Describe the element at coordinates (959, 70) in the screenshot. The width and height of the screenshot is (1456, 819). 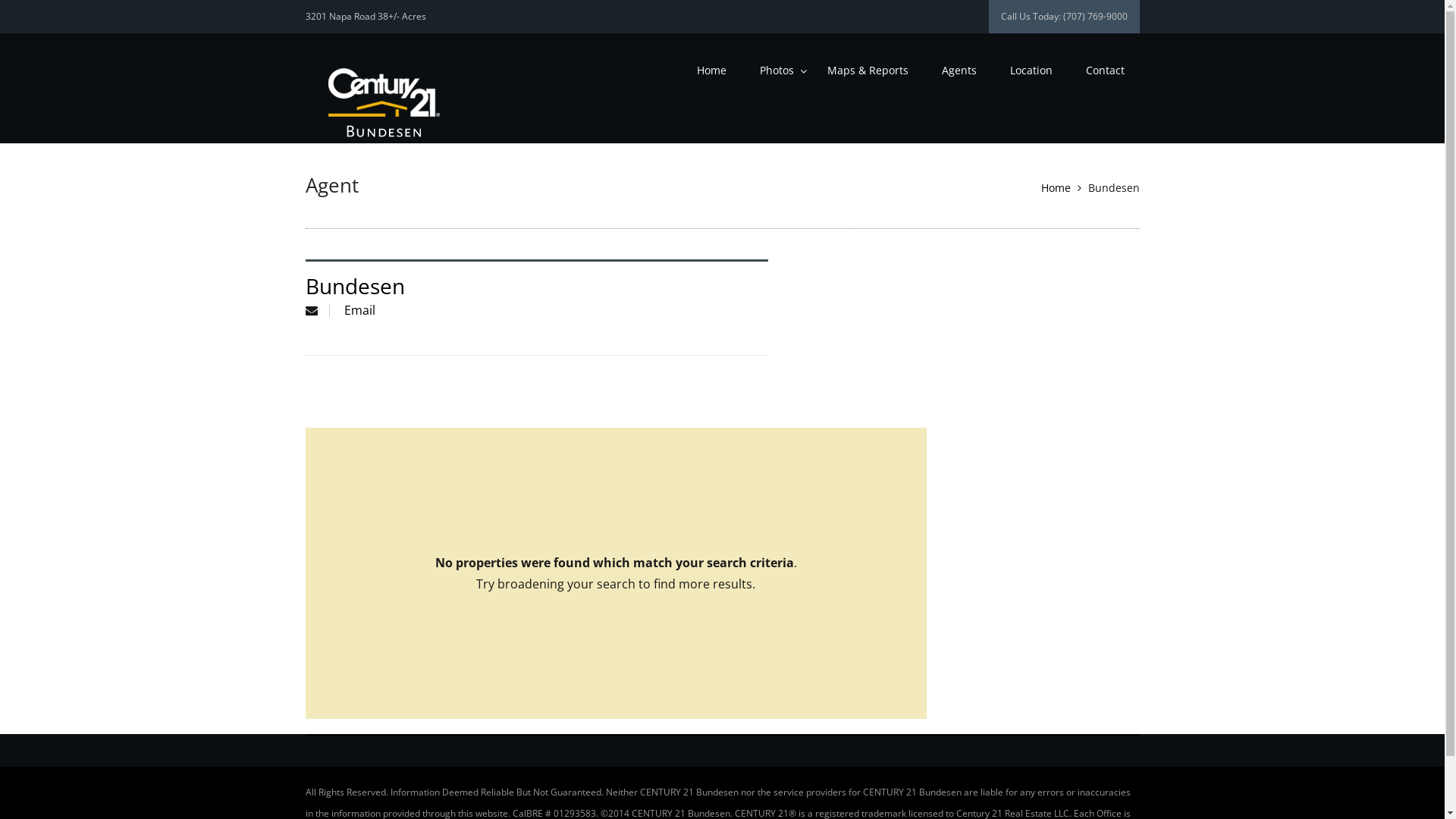
I see `'Agents'` at that location.